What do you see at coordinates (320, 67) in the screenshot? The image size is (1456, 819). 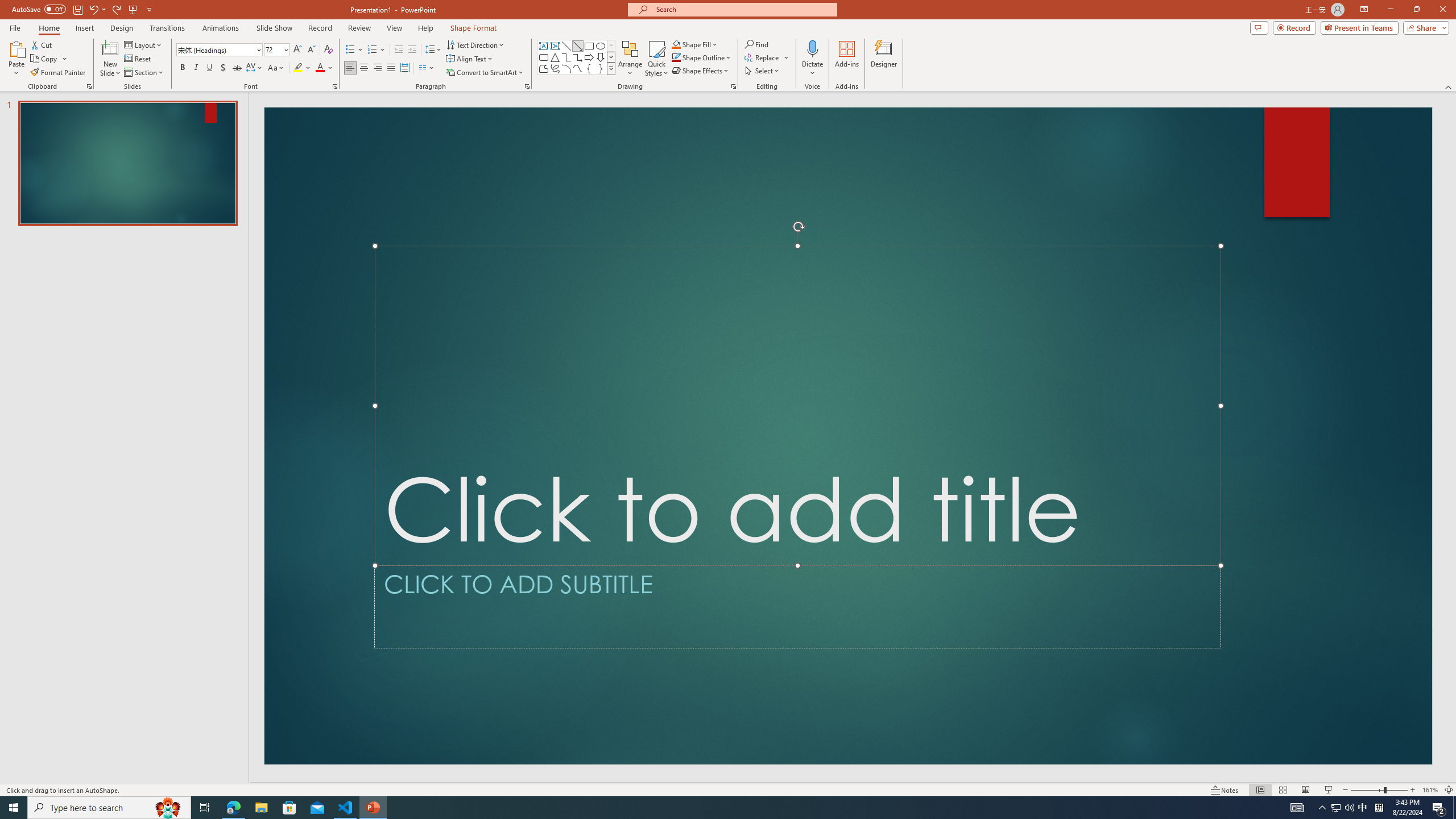 I see `'Font Color Red'` at bounding box center [320, 67].